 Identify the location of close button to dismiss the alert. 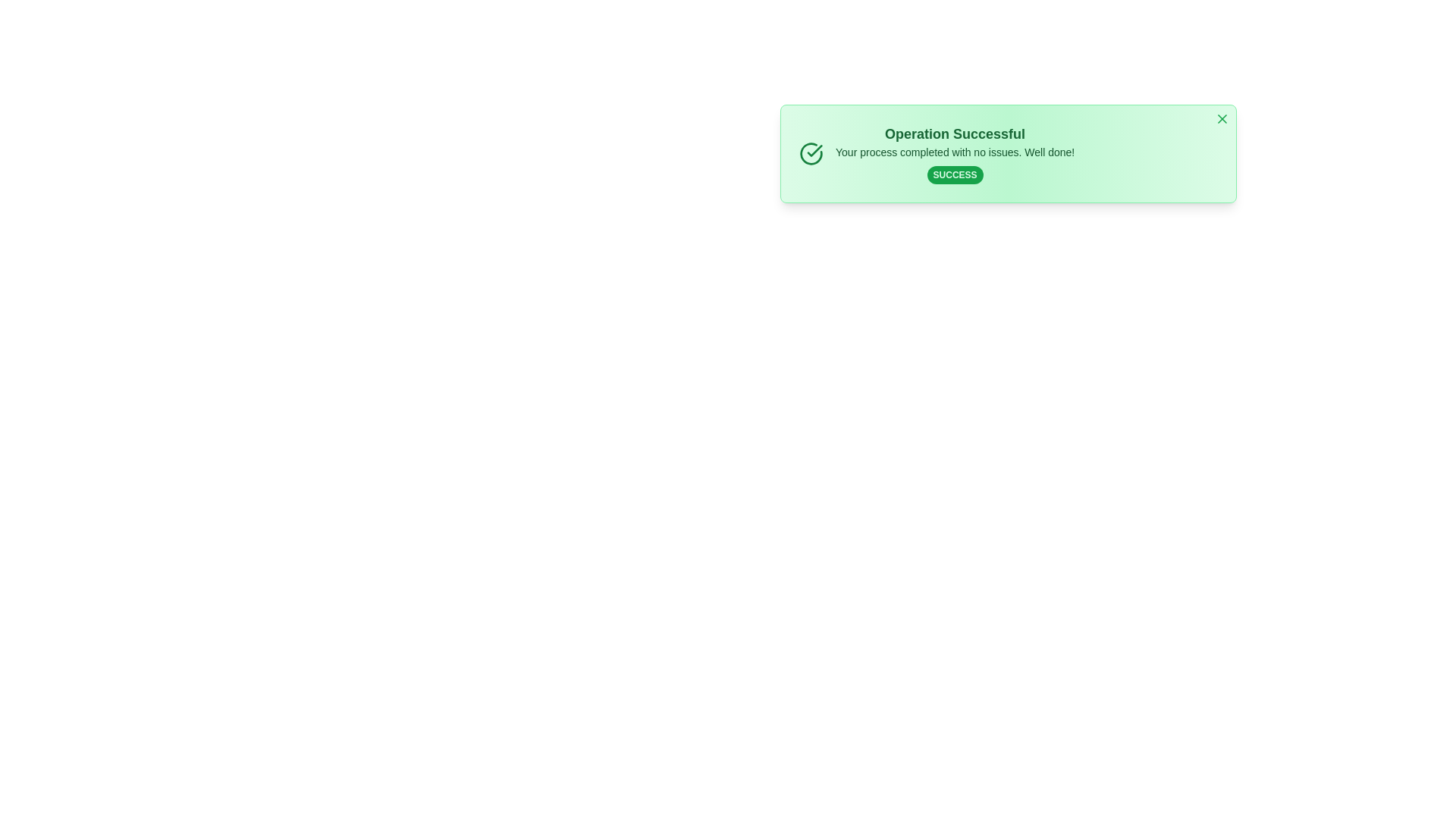
(1222, 118).